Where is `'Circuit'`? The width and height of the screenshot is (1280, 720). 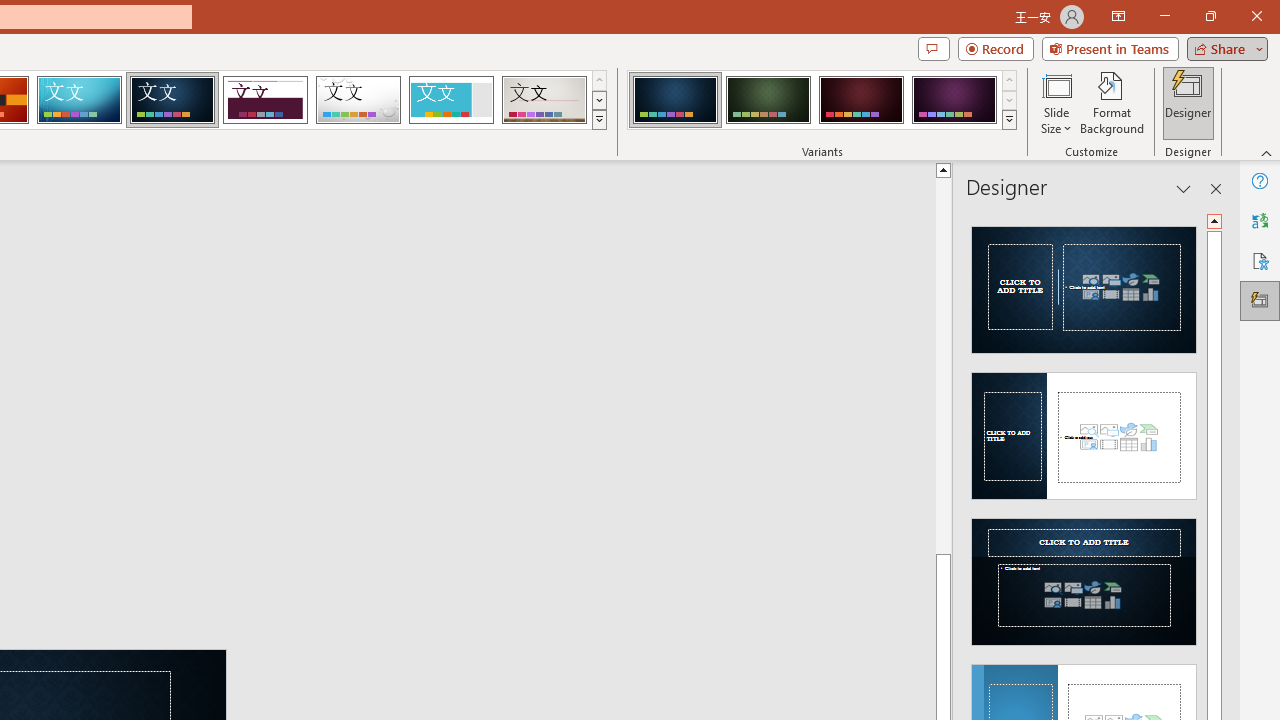 'Circuit' is located at coordinates (79, 100).